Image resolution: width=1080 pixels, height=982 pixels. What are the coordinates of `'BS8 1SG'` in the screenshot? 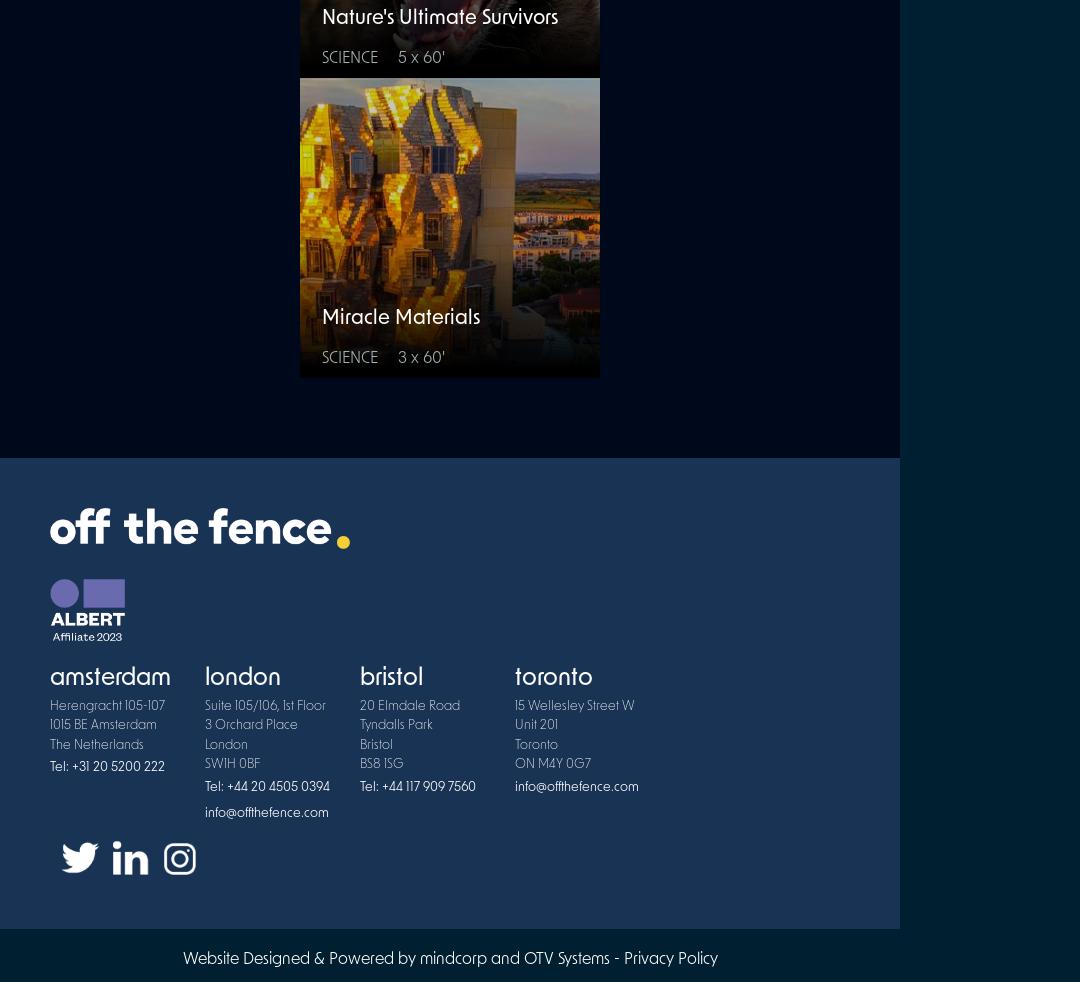 It's located at (381, 764).